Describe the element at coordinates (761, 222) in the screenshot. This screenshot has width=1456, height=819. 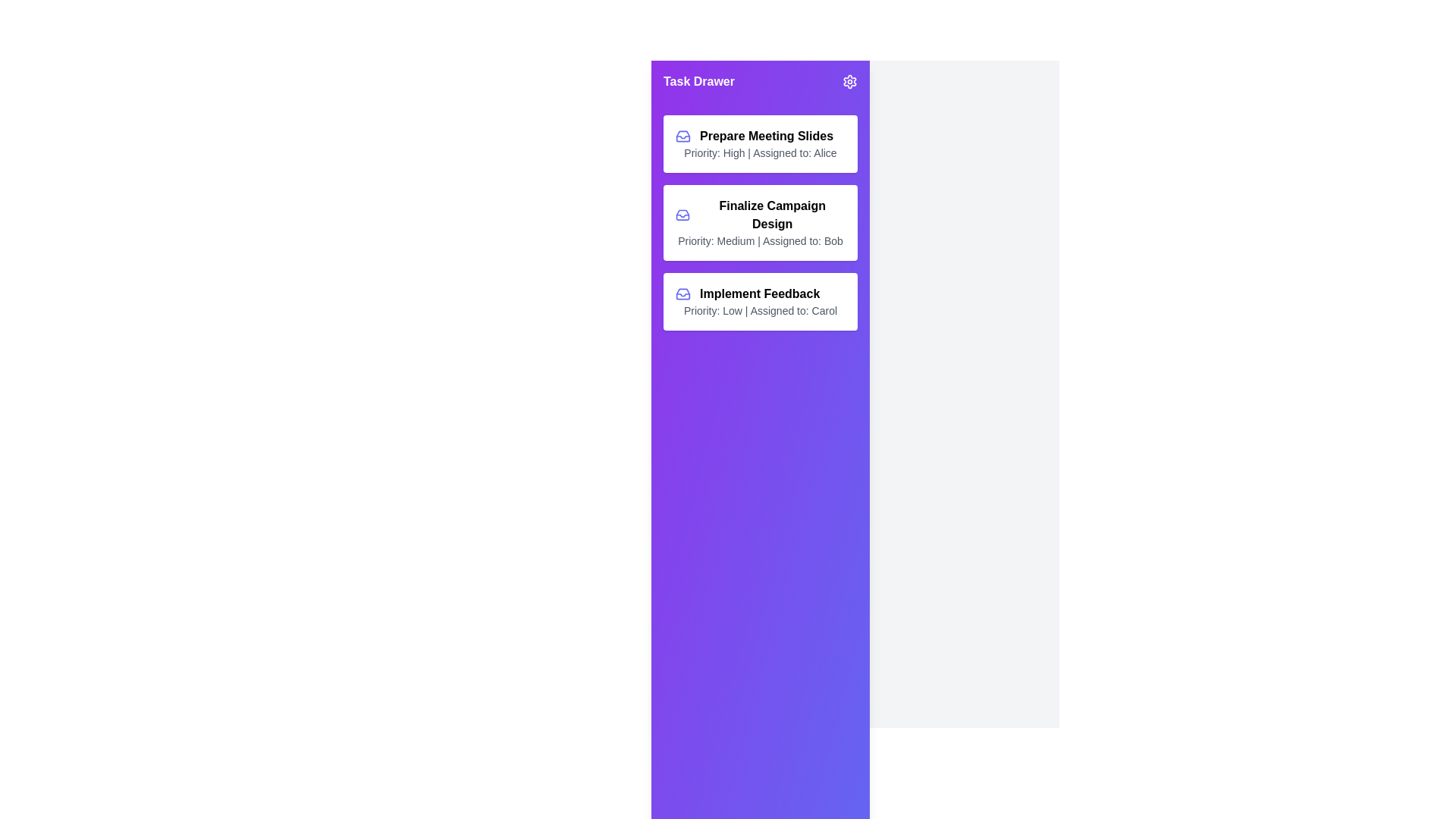
I see `the task titled 'Finalize Campaign Design' to preview additional options or effects` at that location.